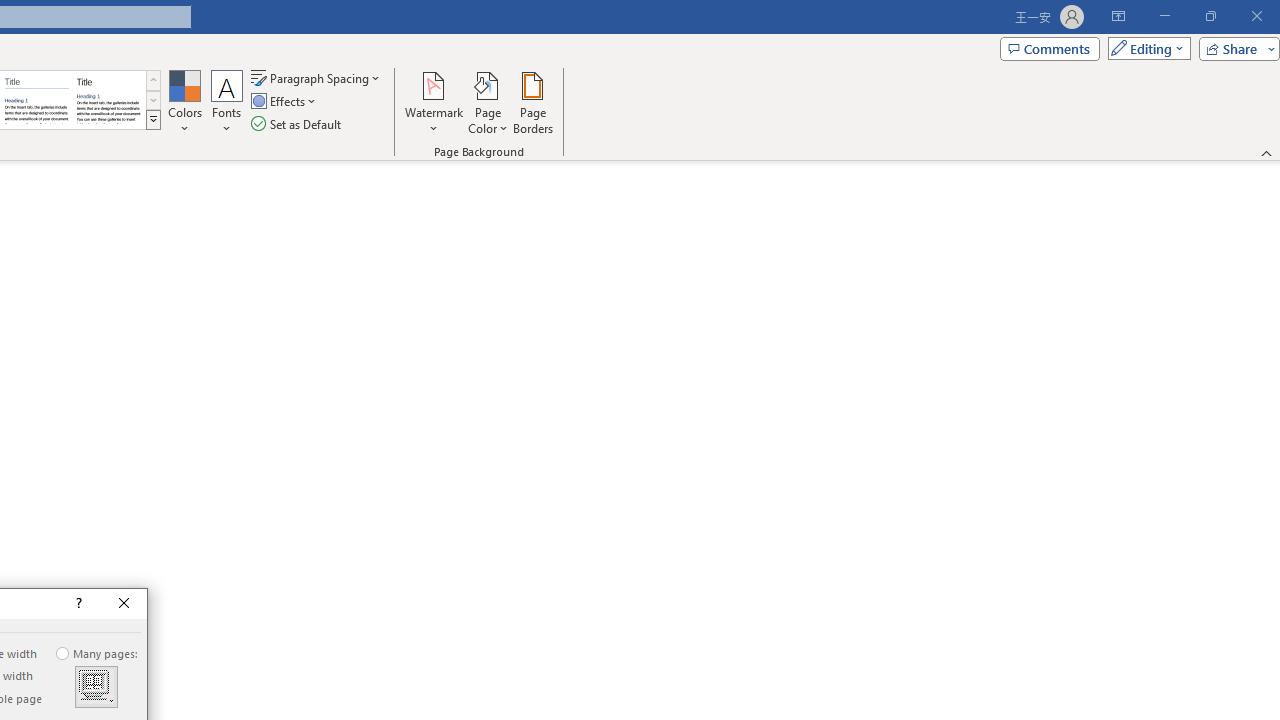 This screenshot has height=720, width=1280. I want to click on 'MSO Generic Control Container', so click(95, 686).